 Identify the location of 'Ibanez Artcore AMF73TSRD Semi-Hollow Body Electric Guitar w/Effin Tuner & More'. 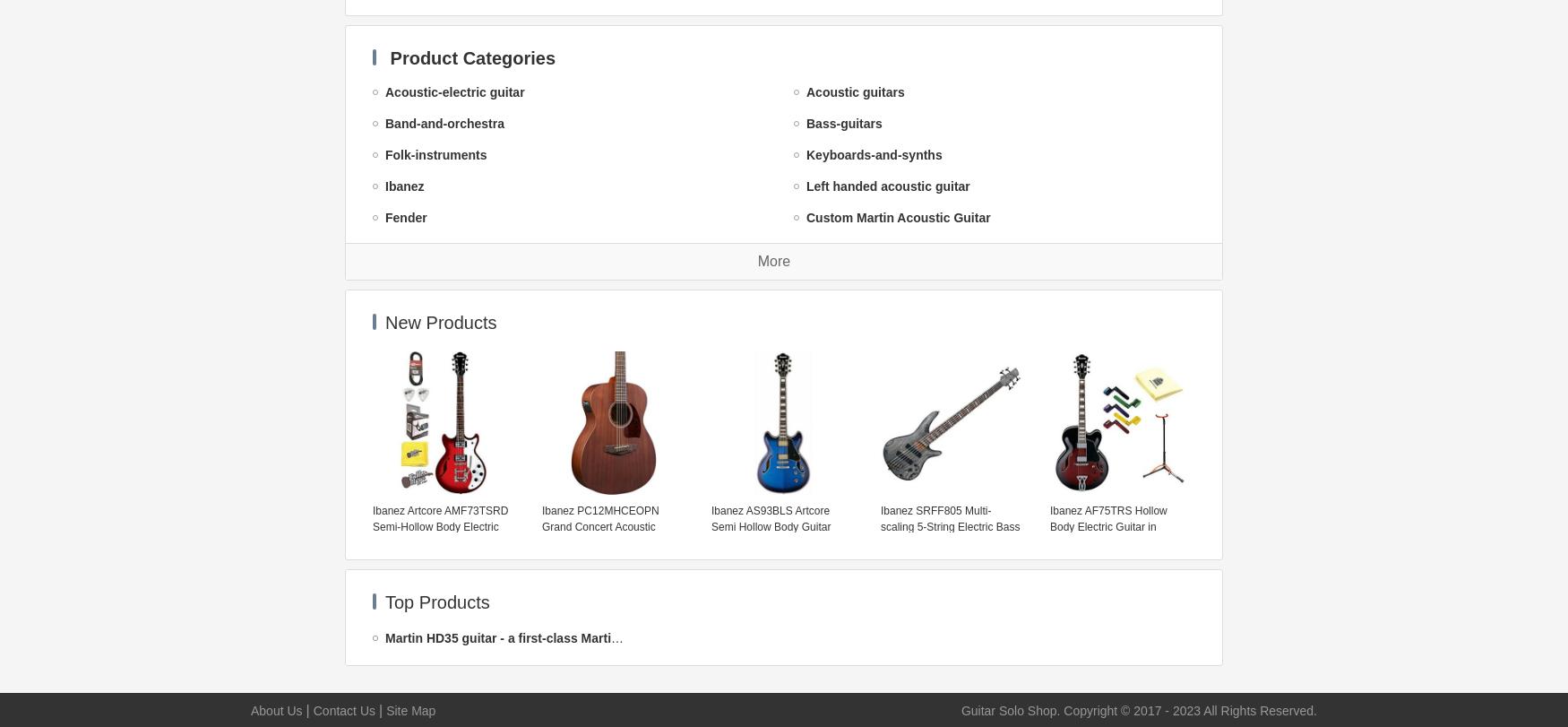
(440, 525).